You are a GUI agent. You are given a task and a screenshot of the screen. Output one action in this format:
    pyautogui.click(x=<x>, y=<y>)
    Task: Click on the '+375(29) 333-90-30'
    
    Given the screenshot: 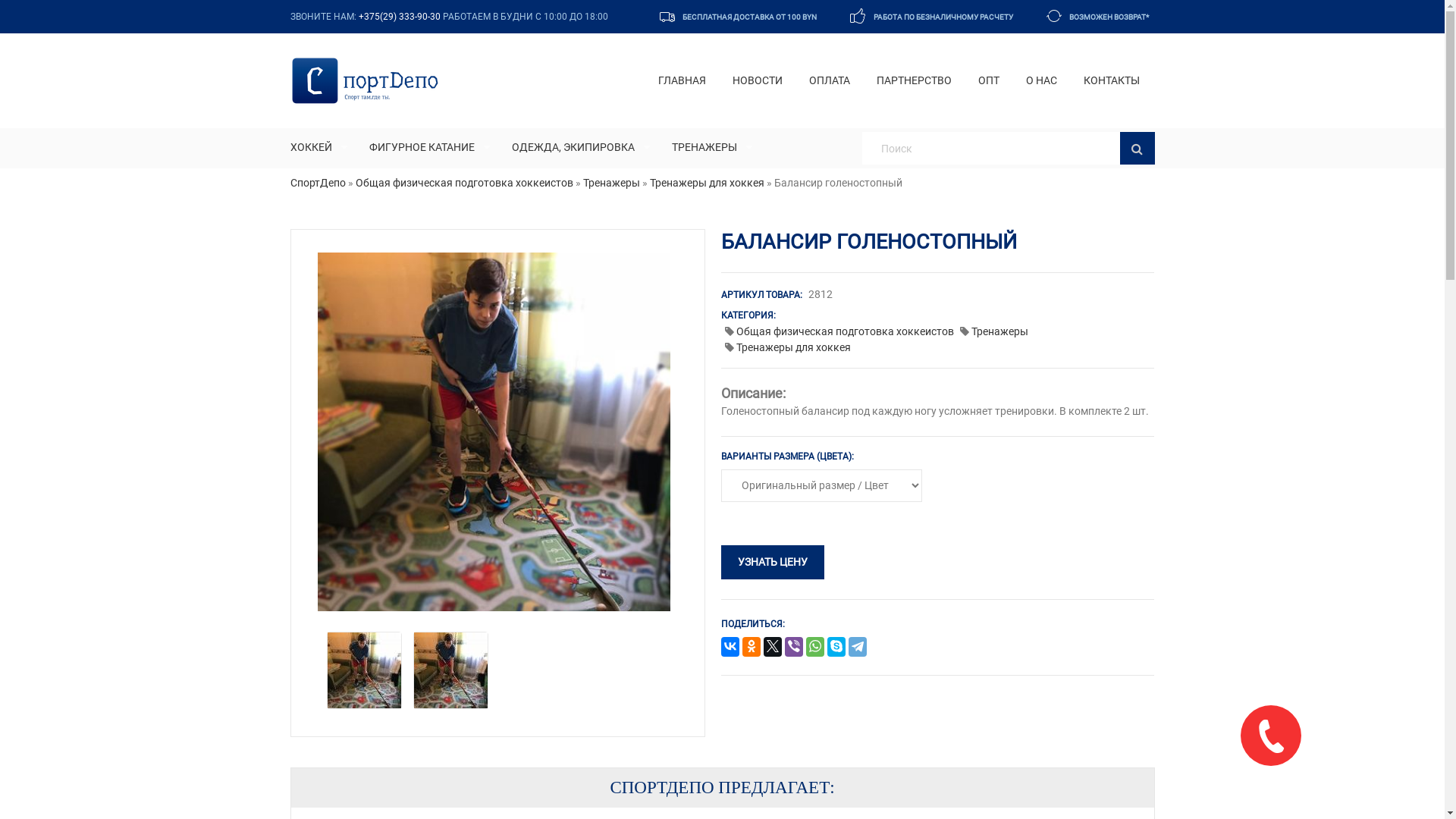 What is the action you would take?
    pyautogui.click(x=399, y=17)
    